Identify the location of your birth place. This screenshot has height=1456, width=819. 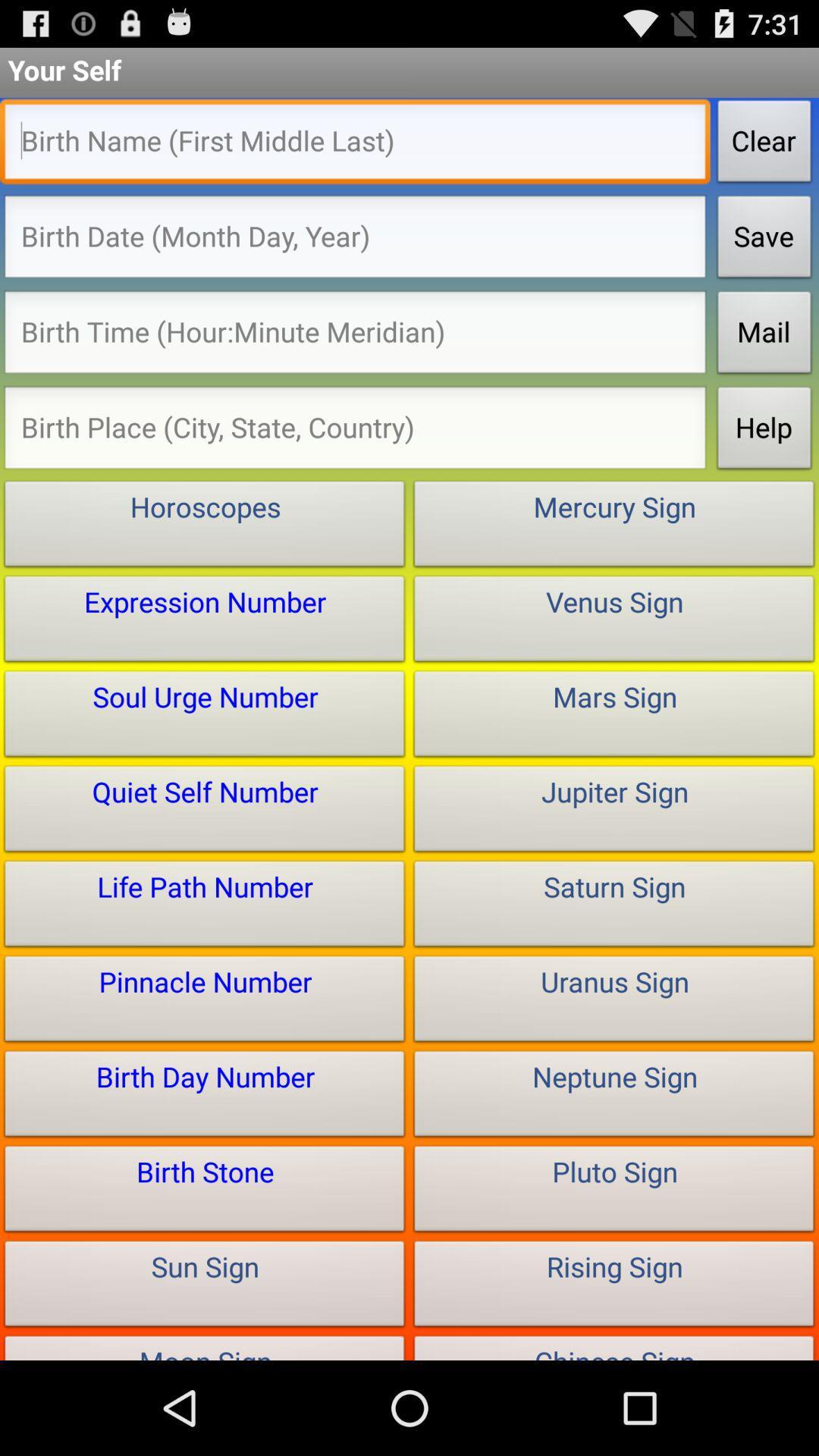
(355, 431).